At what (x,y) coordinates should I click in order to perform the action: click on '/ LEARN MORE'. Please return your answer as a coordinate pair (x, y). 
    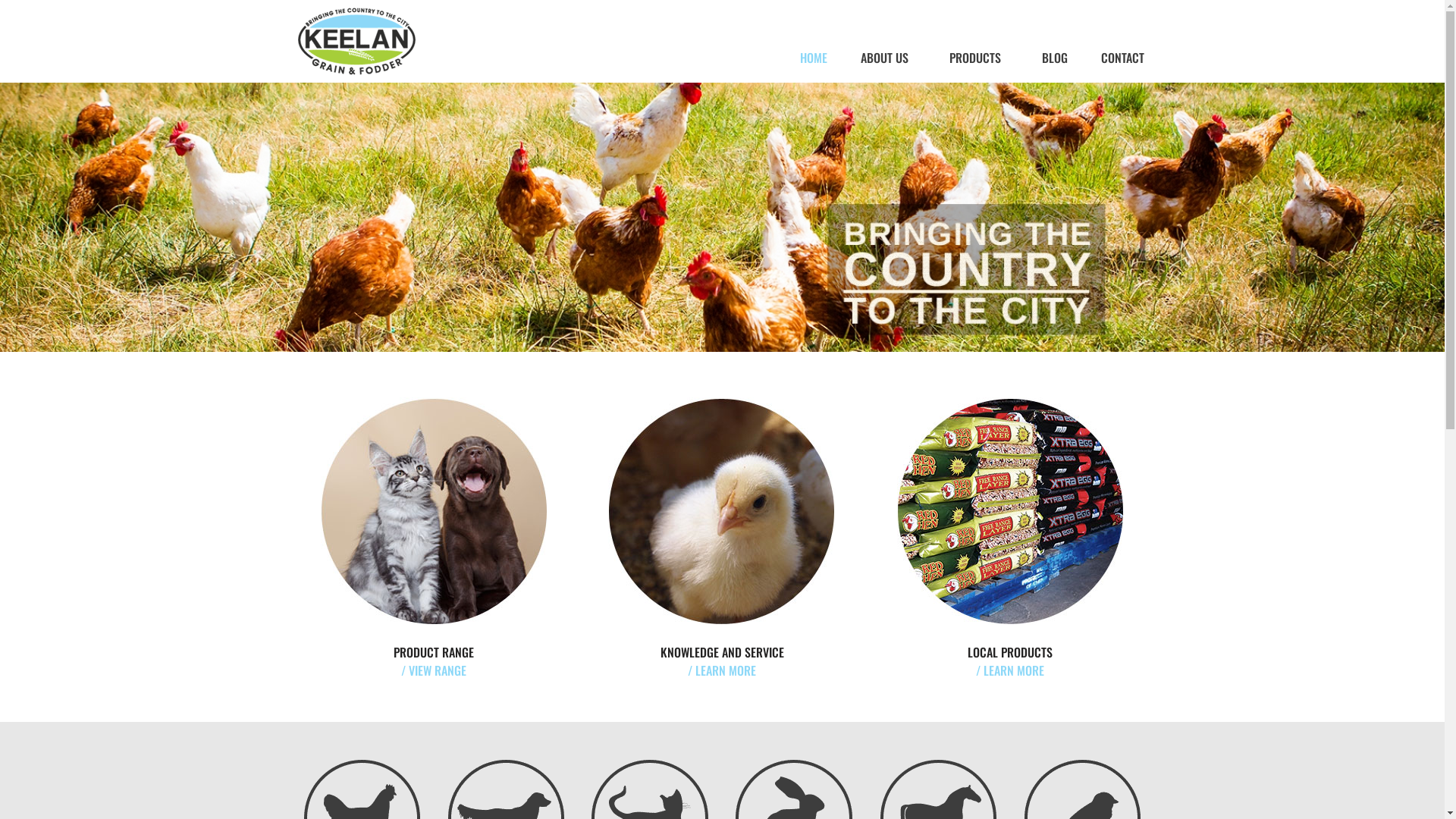
    Looking at the image, I should click on (1009, 669).